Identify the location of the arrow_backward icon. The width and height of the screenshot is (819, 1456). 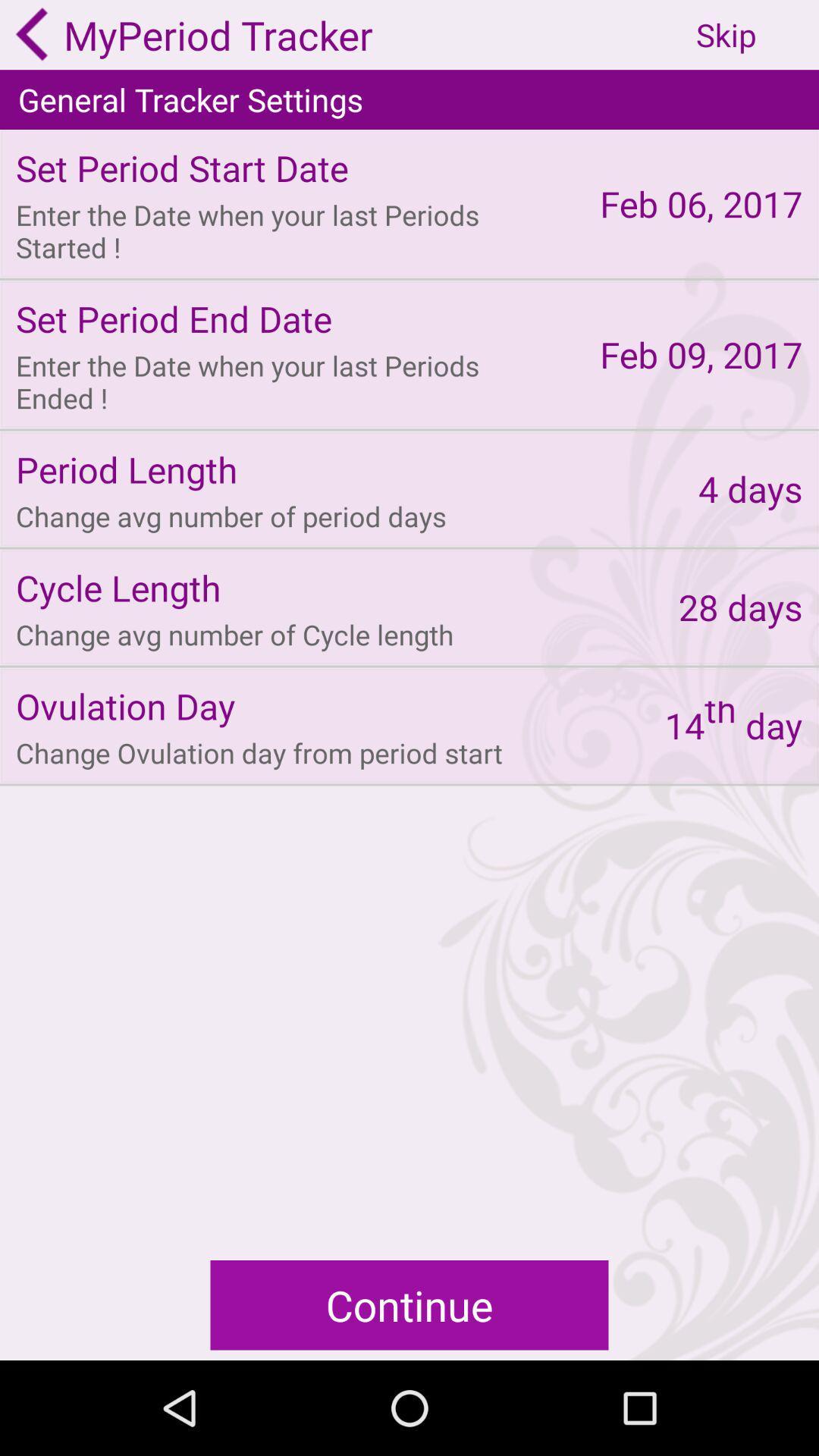
(32, 36).